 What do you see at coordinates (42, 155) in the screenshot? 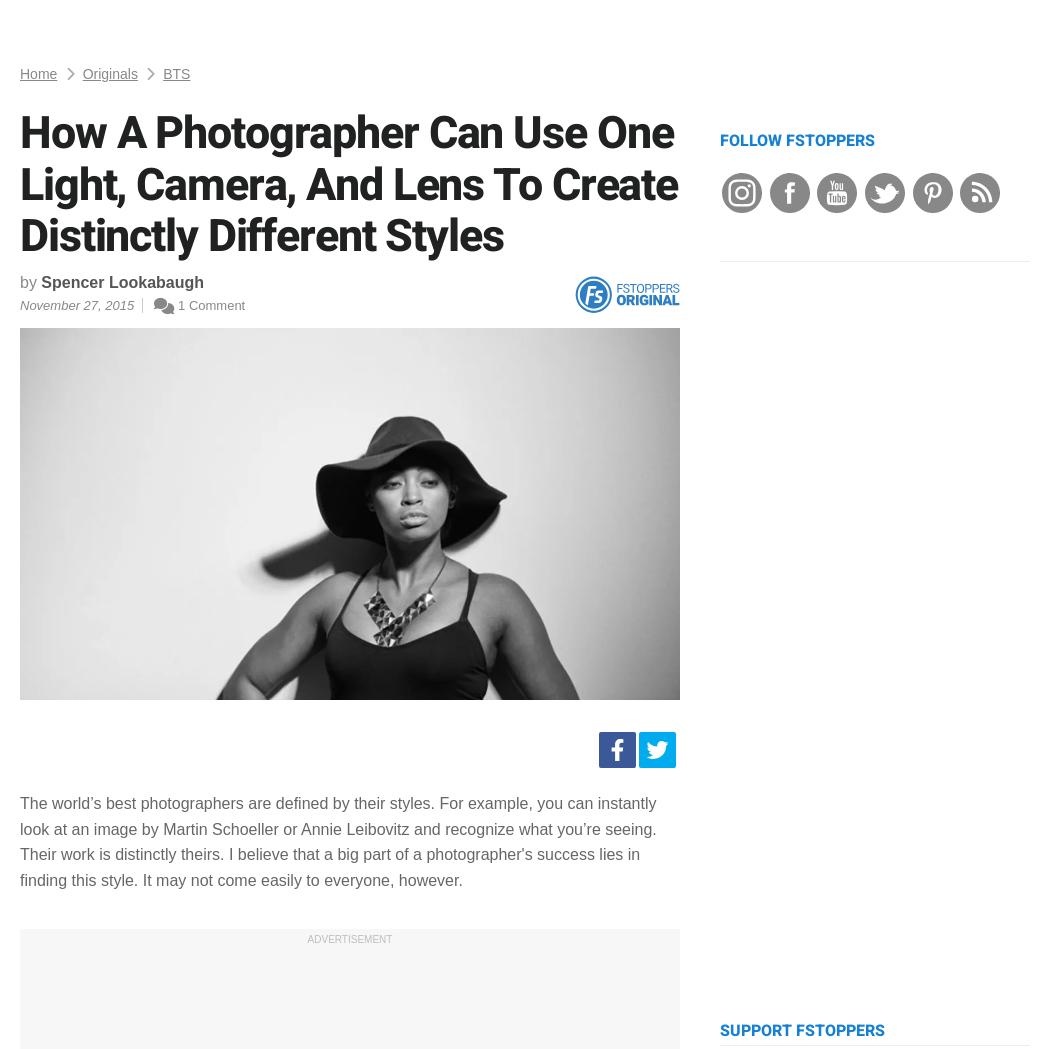
I see `'Topics:'` at bounding box center [42, 155].